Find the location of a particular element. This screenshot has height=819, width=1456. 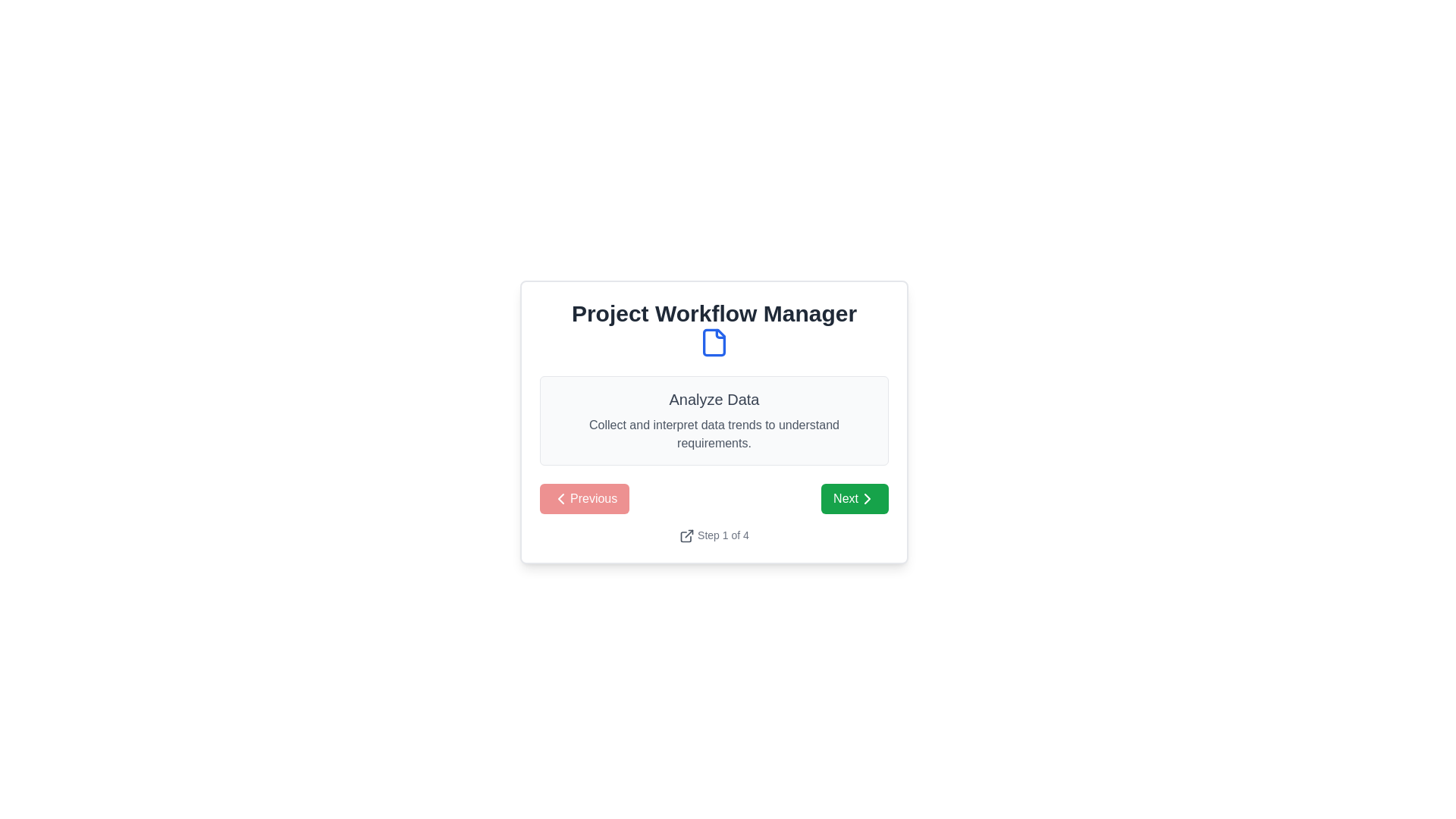

the navigation button located on the left side of the horizontal layout is located at coordinates (584, 499).